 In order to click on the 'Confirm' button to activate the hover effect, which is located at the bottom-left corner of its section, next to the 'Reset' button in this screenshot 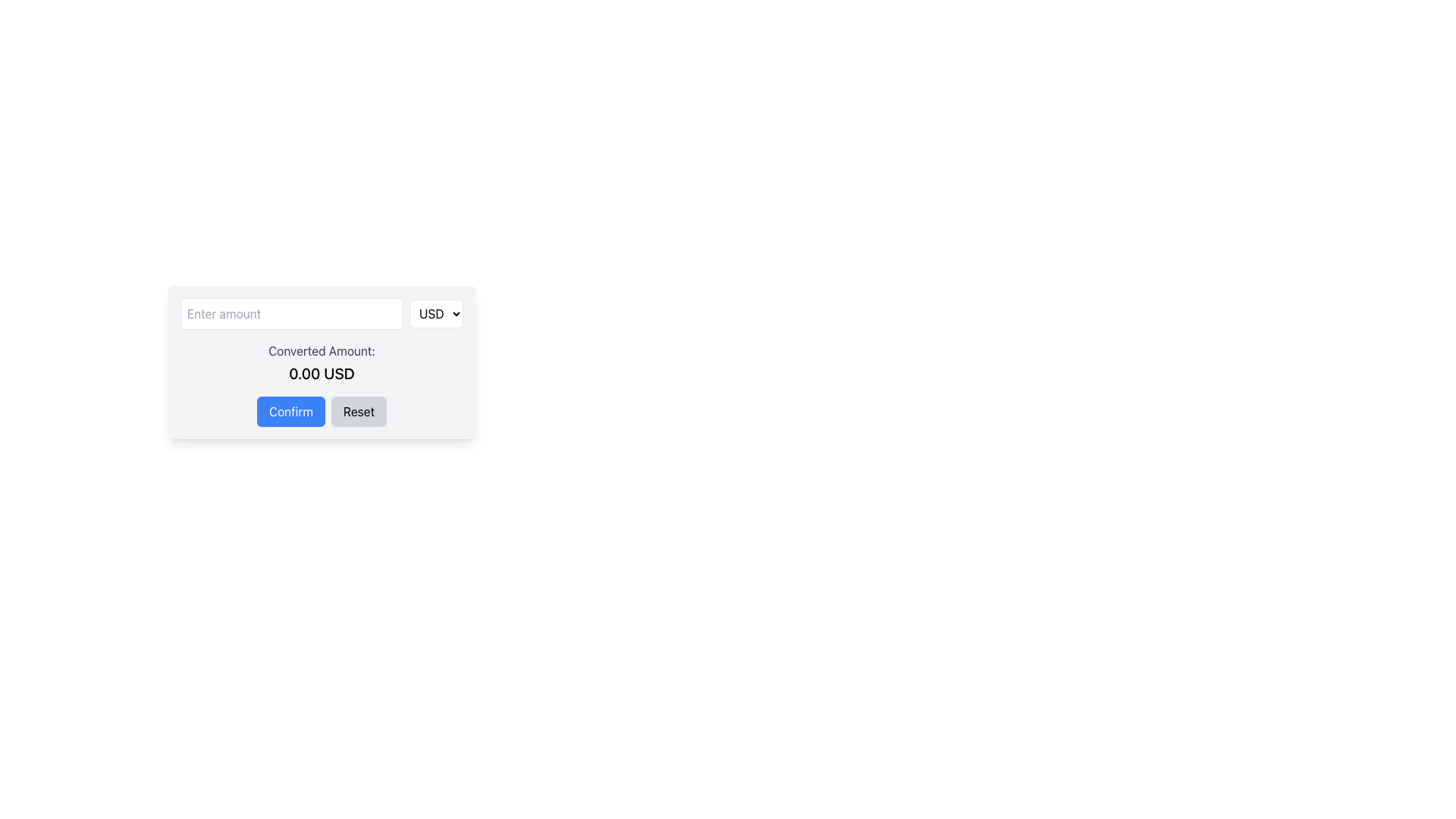, I will do `click(291, 412)`.